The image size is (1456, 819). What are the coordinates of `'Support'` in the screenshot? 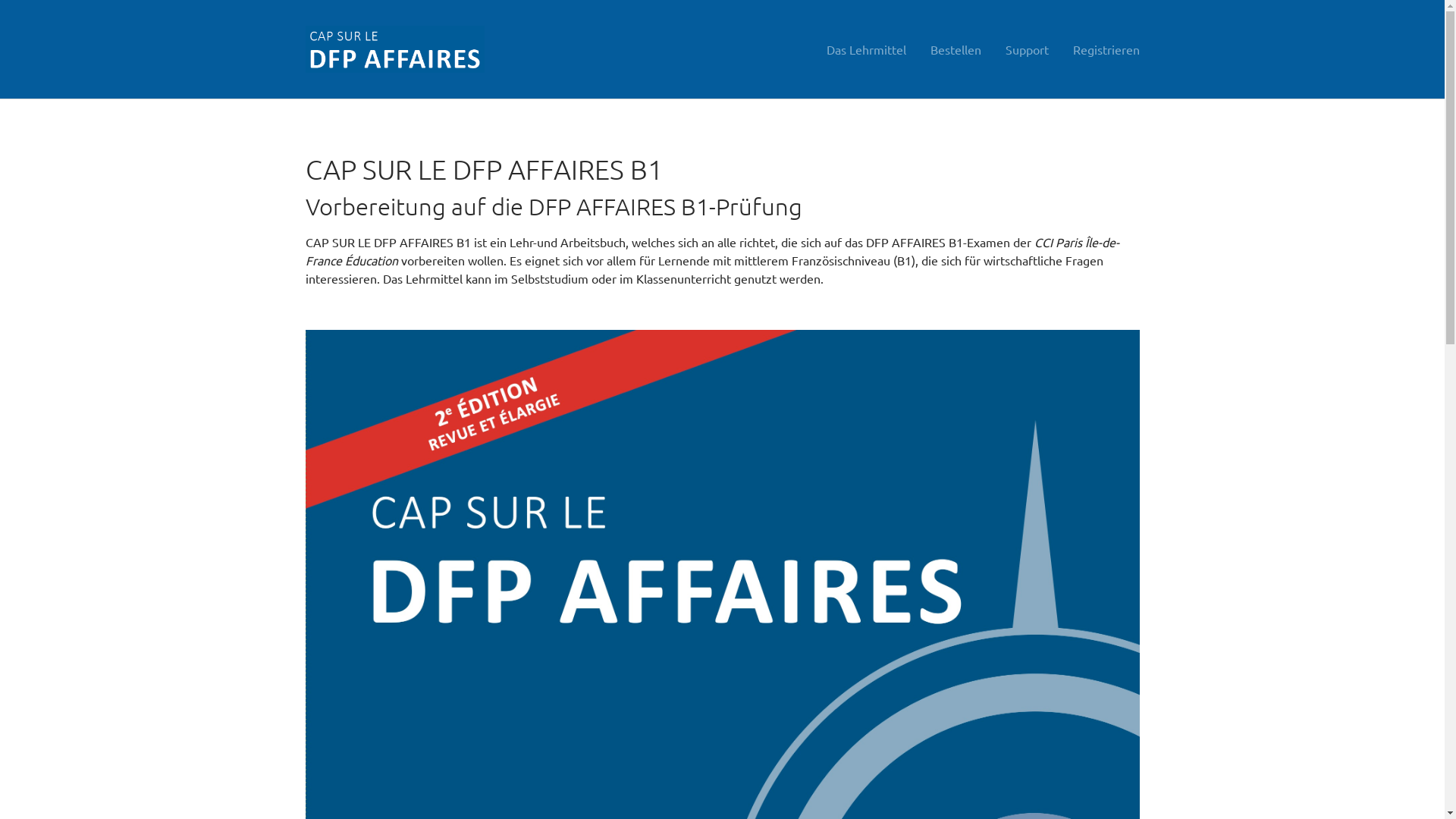 It's located at (993, 49).